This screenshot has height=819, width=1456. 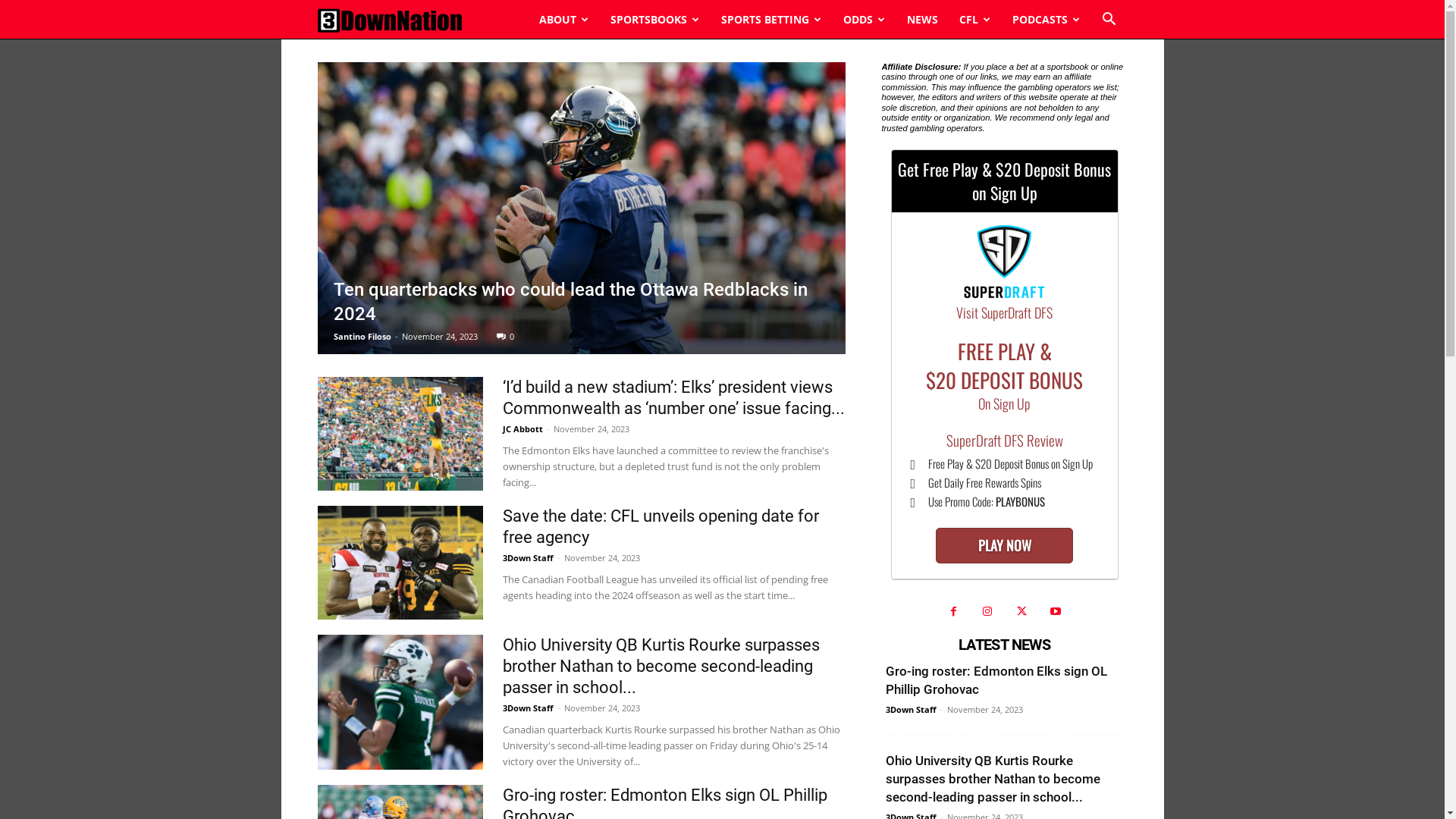 I want to click on 'NEWS', so click(x=921, y=20).